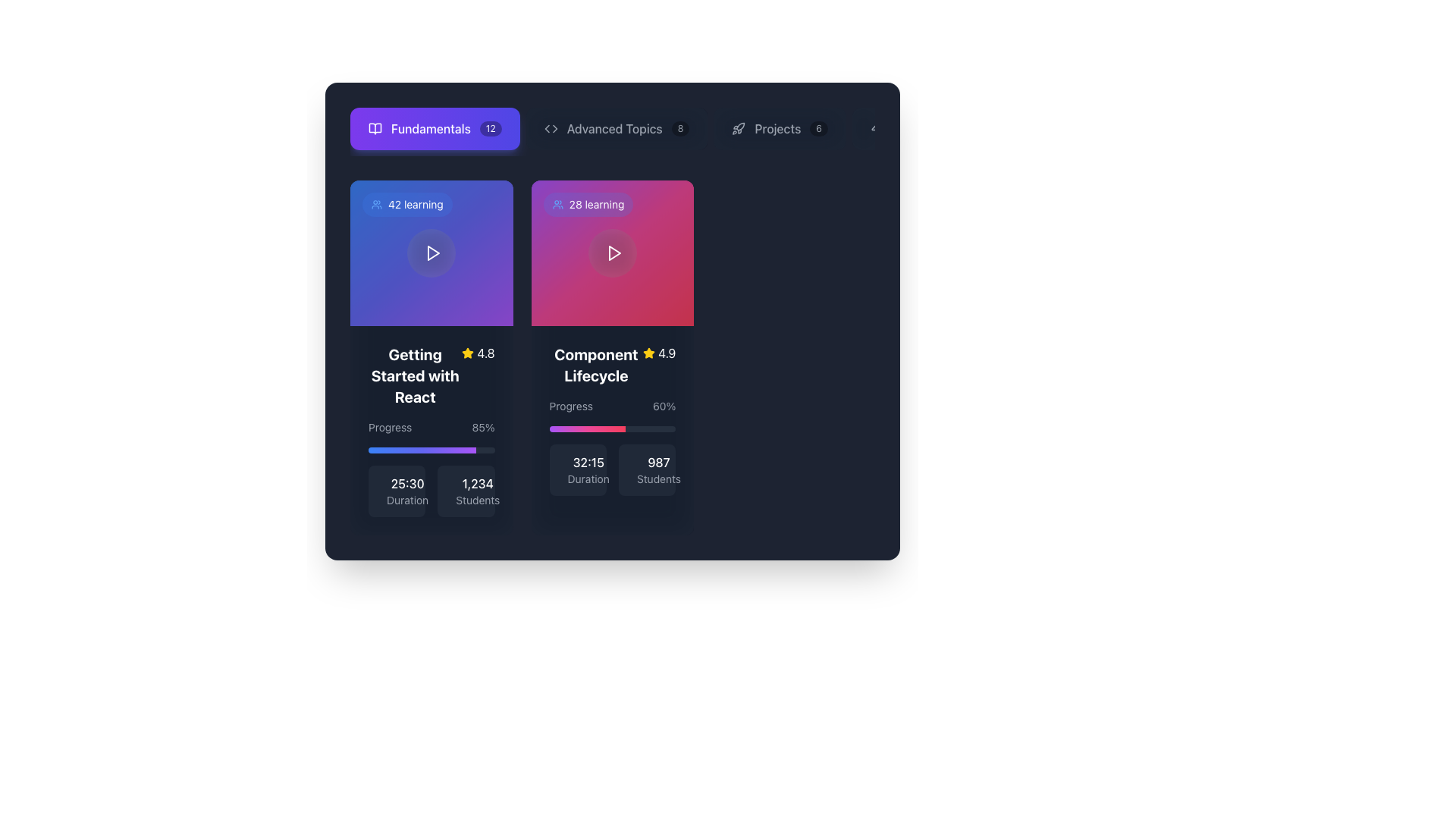 This screenshot has width=1456, height=819. What do you see at coordinates (586, 429) in the screenshot?
I see `the progress bar segment indicating 60% progress within the 'Component Lifecycle' card to modify progress, as interaction is enabled` at bounding box center [586, 429].